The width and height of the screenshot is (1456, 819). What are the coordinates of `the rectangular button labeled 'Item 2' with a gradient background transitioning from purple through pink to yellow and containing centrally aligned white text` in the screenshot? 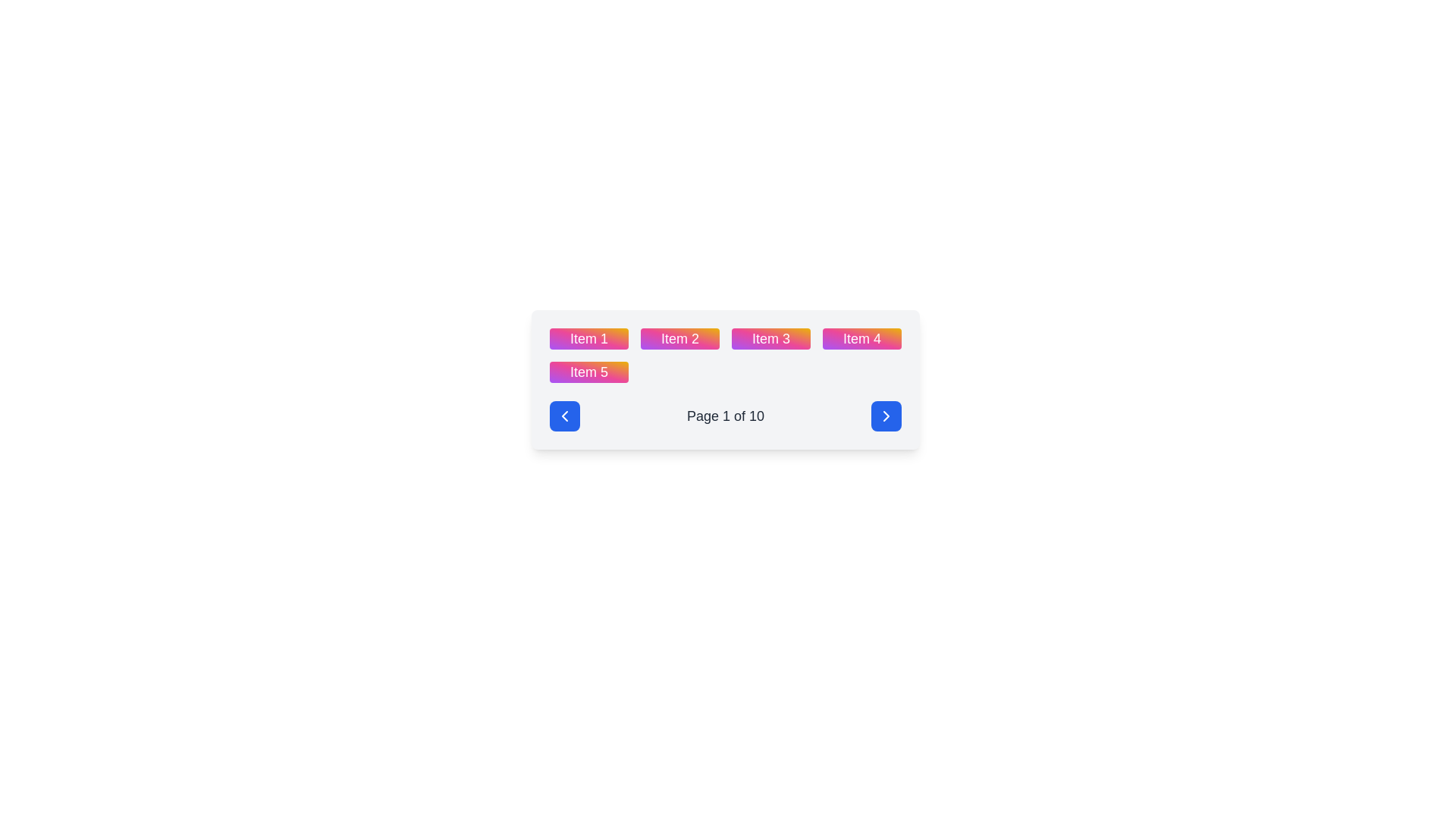 It's located at (679, 338).